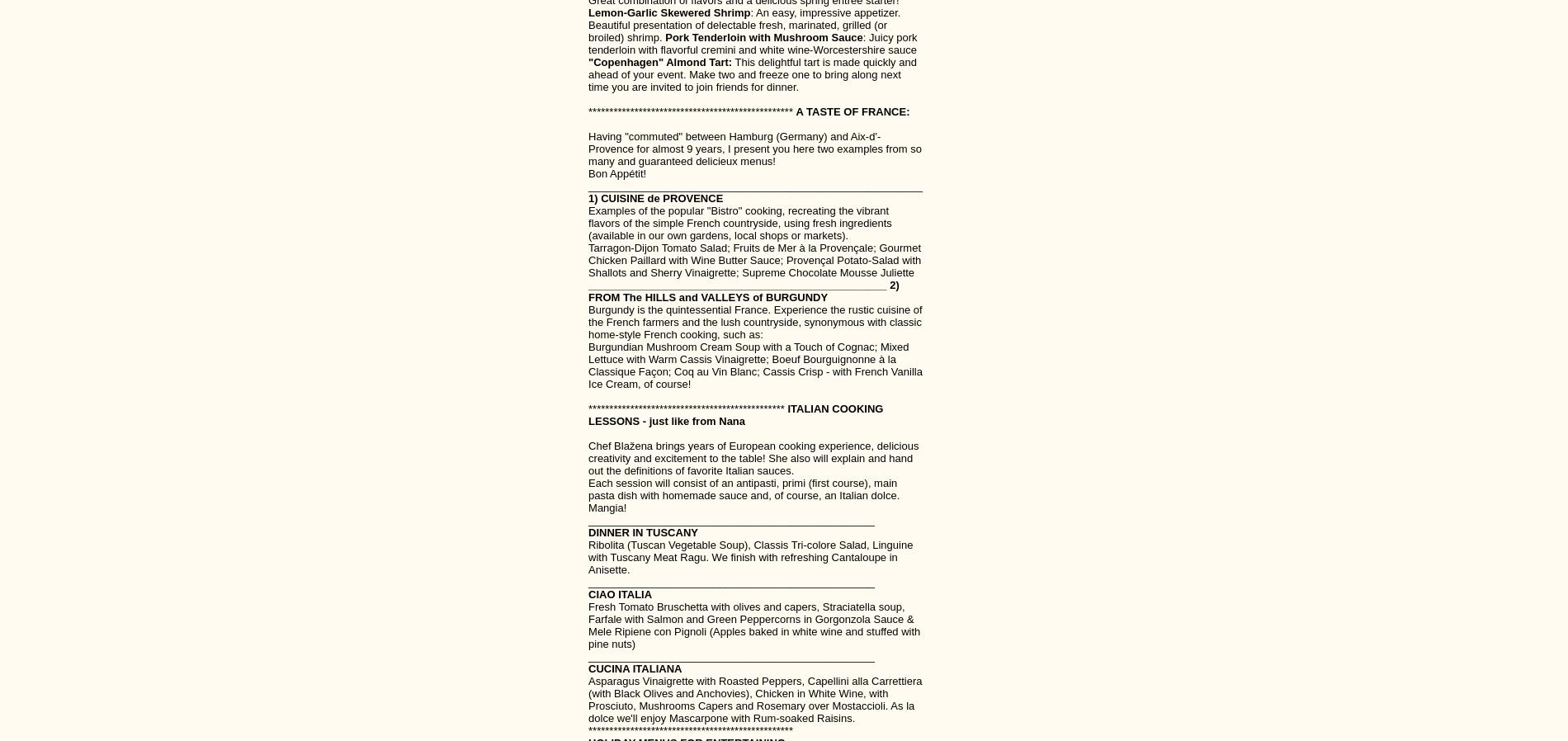  I want to click on '__________________________________________________
2) FROM The HILLS and VALLEYS of BURGUNDY', so click(742, 291).